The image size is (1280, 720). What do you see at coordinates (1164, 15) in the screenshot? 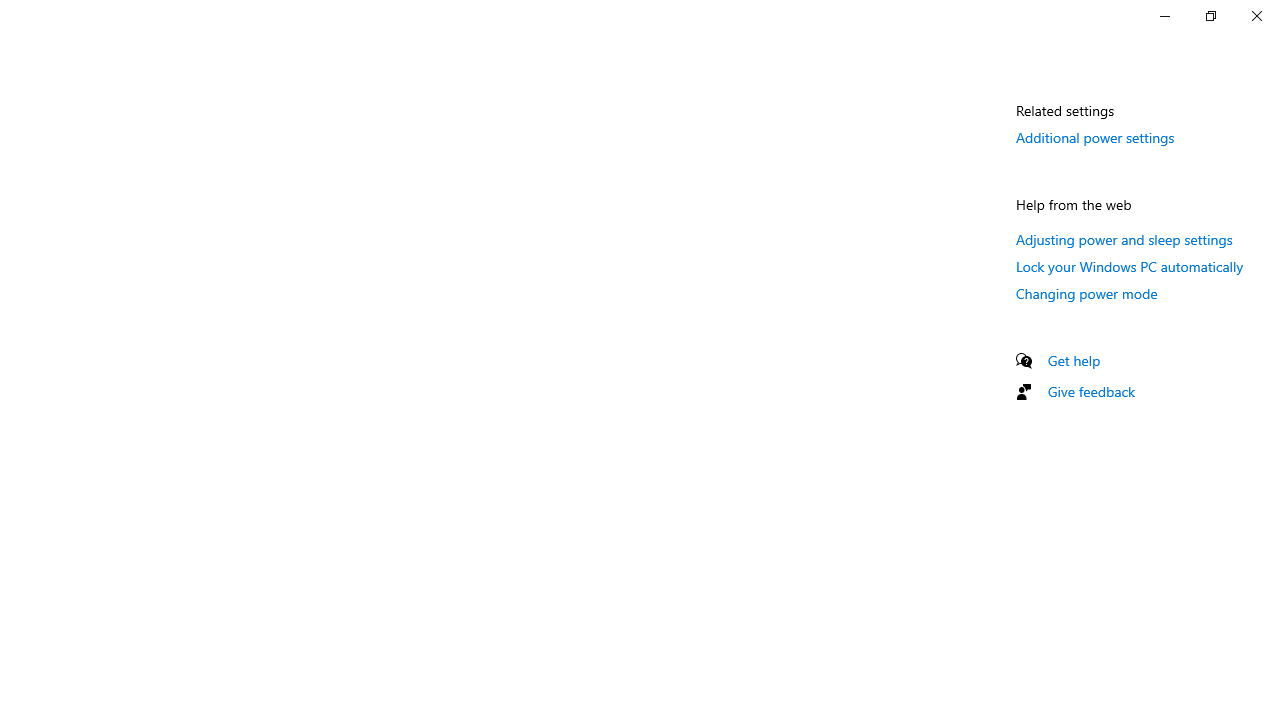
I see `'Minimize Settings'` at bounding box center [1164, 15].